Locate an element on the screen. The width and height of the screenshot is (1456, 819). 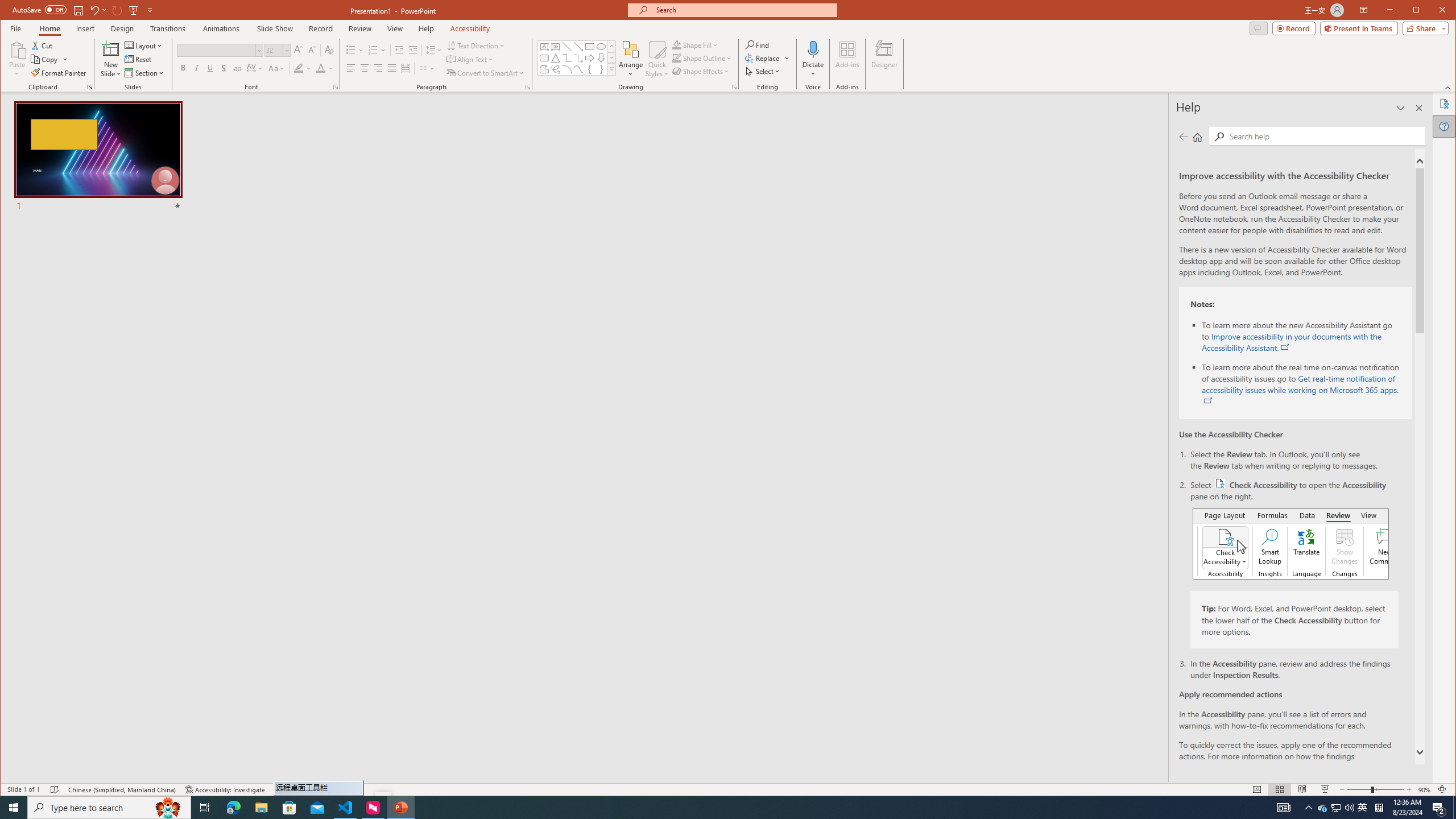
'Check accessibility button' is located at coordinates (1219, 483).